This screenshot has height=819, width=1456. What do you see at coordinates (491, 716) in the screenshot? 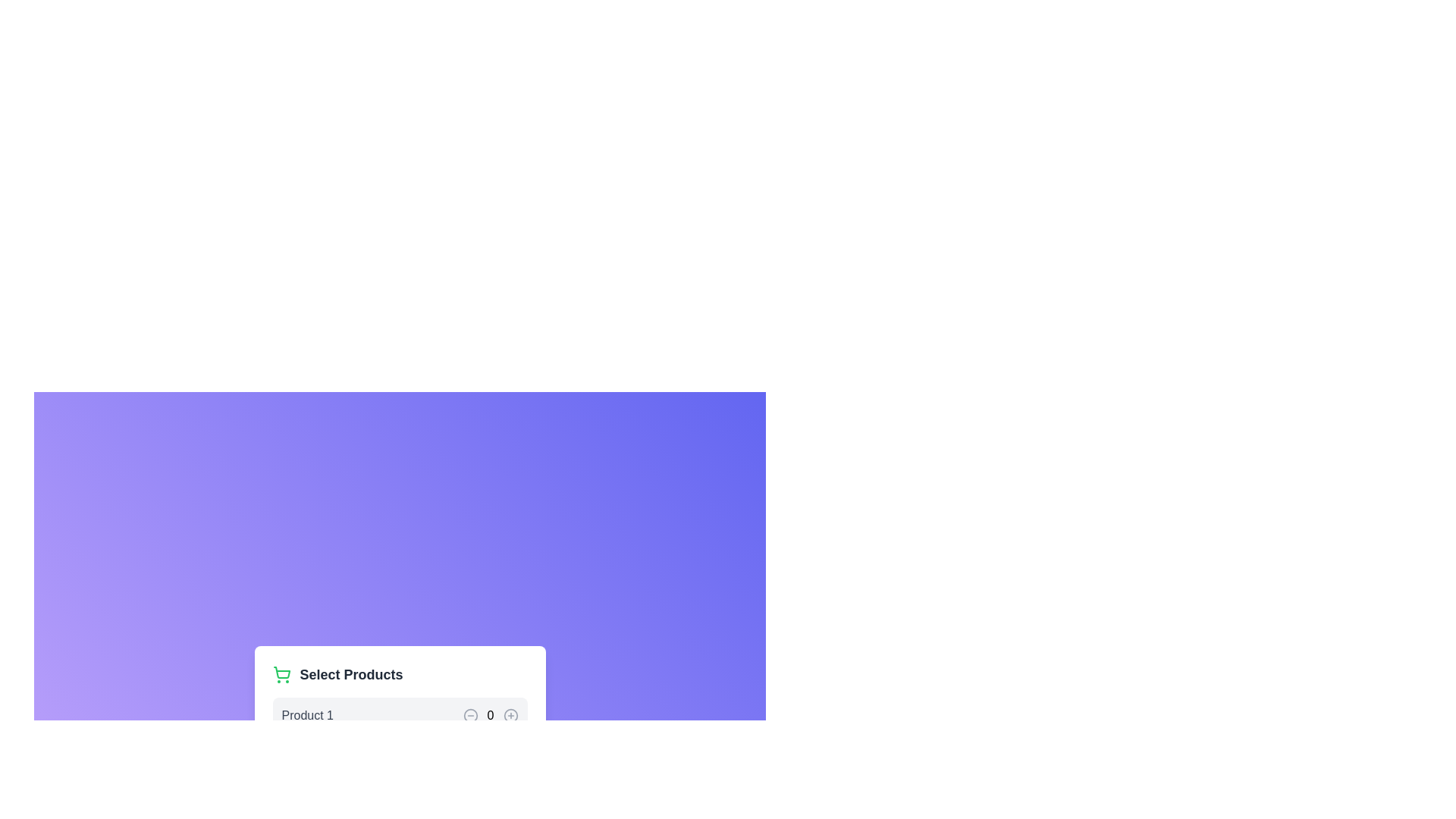
I see `the Static Text element displaying the digit '0', which is positioned centrally and aligned with surrounding buttons` at bounding box center [491, 716].